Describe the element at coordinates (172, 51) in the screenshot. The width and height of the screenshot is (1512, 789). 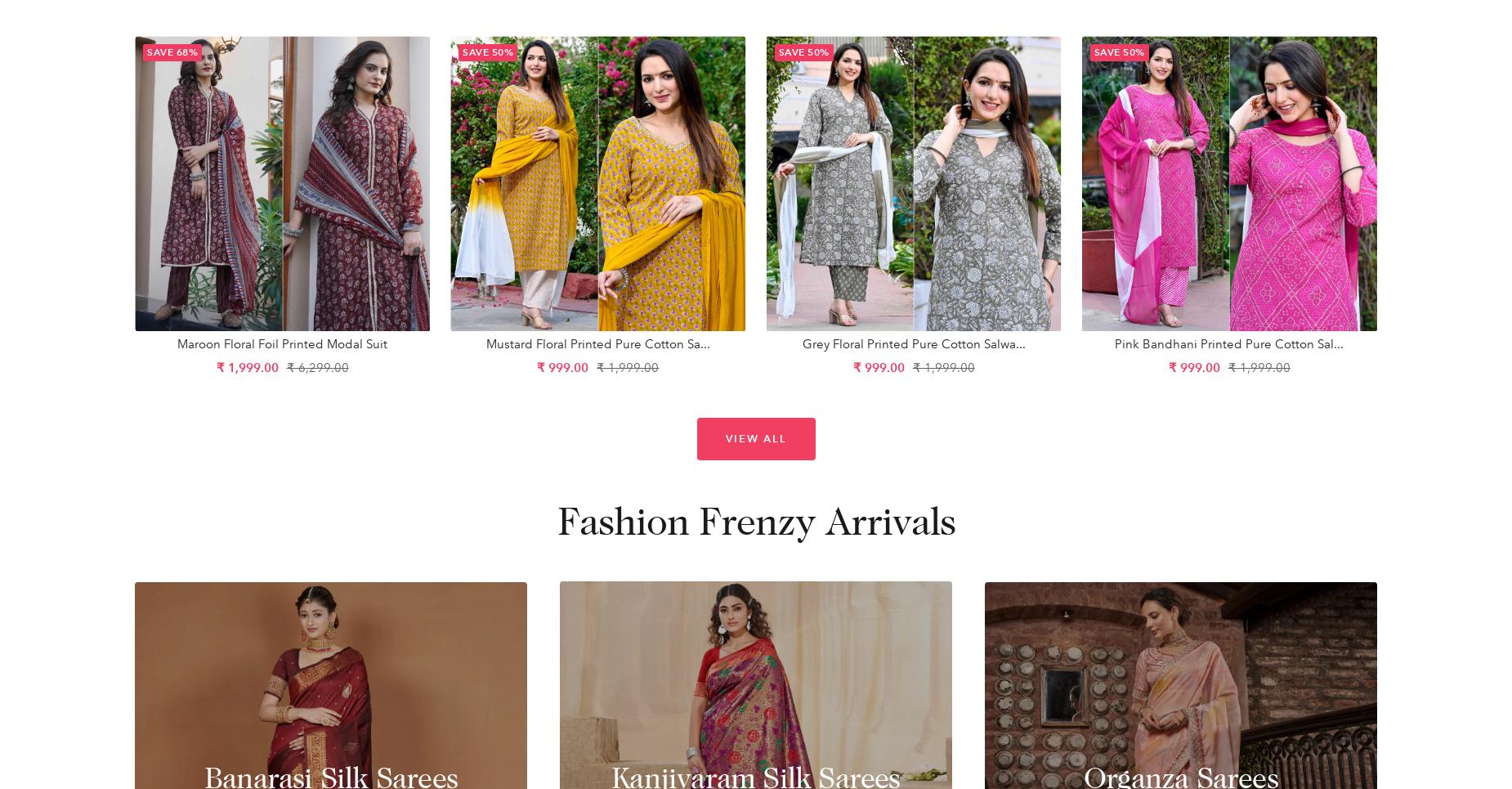
I see `'Save 68%'` at that location.